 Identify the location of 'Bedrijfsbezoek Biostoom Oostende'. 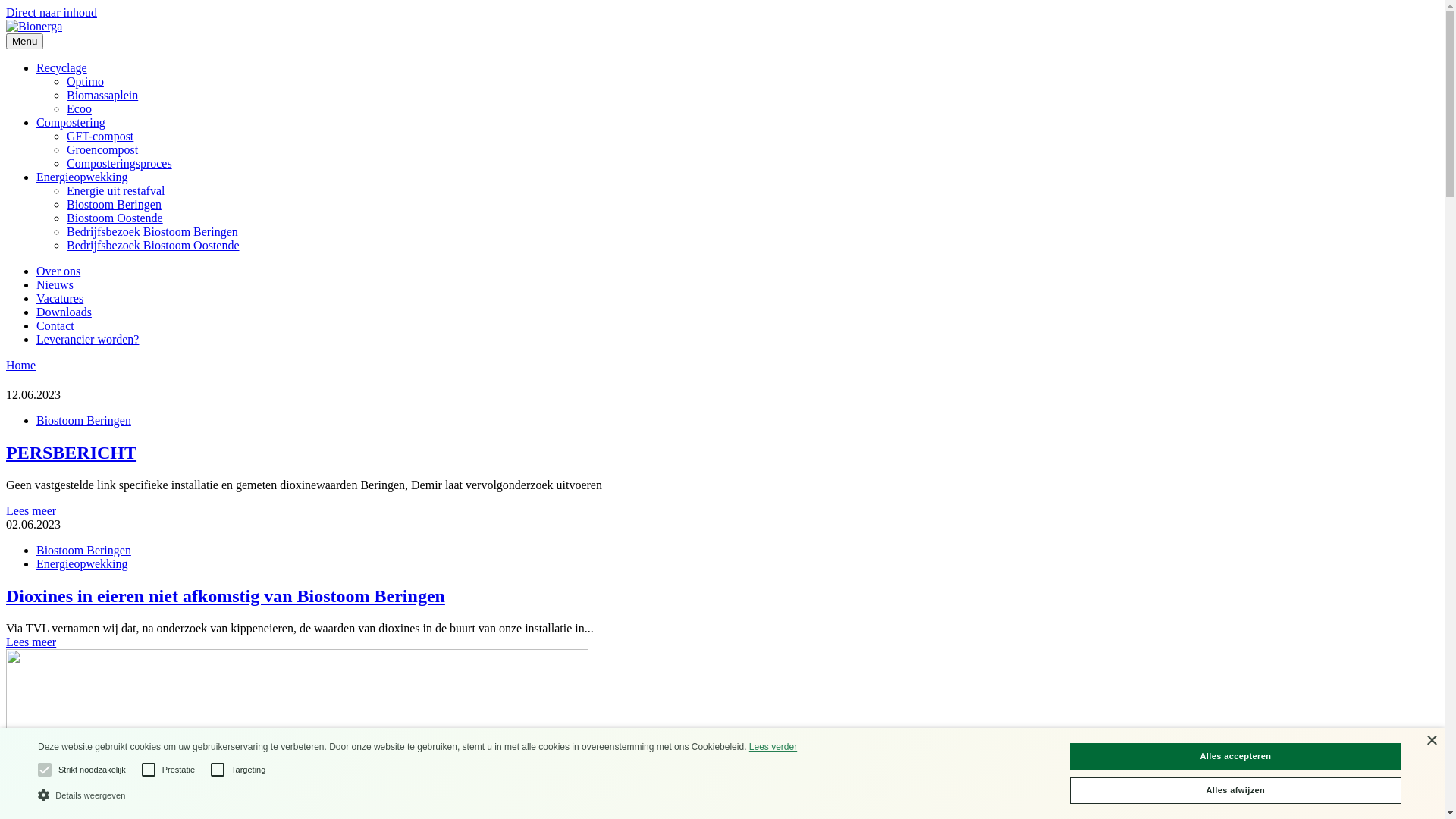
(152, 244).